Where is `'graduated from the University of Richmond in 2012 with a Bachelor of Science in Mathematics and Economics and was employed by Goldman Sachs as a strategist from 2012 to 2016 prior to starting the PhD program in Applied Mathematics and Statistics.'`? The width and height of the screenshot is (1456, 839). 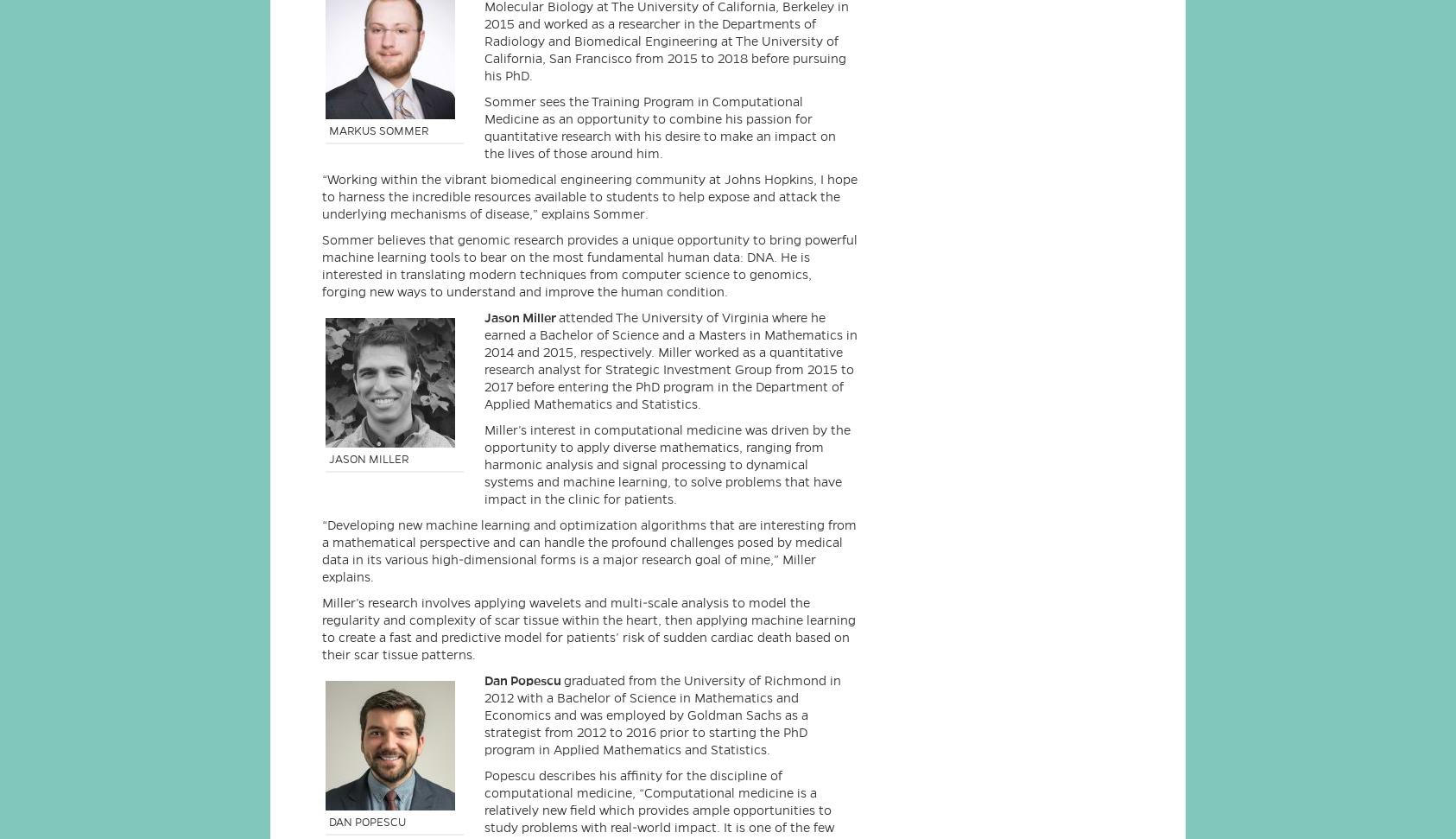 'graduated from the University of Richmond in 2012 with a Bachelor of Science in Mathematics and Economics and was employed by Goldman Sachs as a strategist from 2012 to 2016 prior to starting the PhD program in Applied Mathematics and Statistics.' is located at coordinates (662, 714).